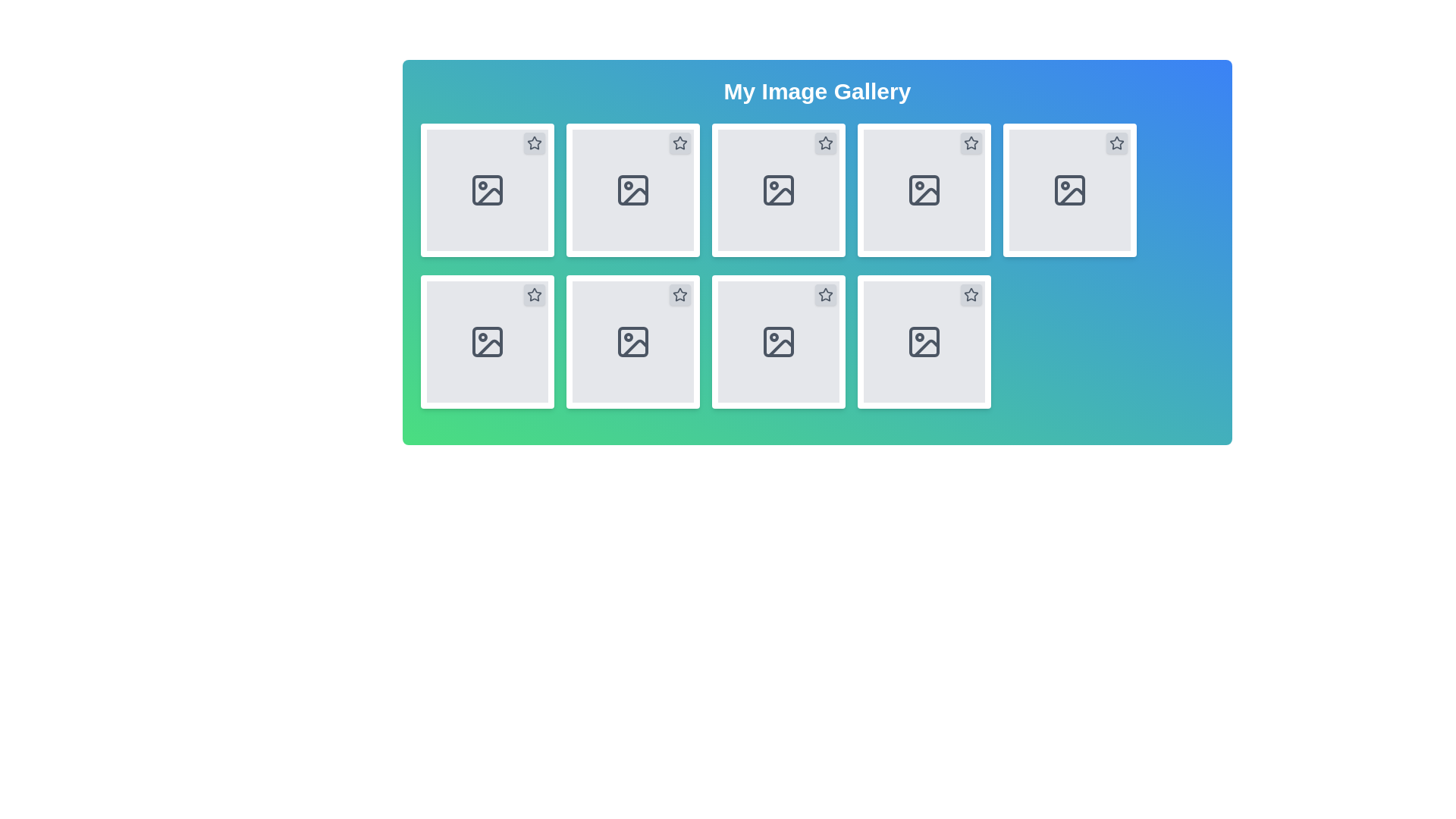 The image size is (1456, 819). Describe the element at coordinates (1117, 143) in the screenshot. I see `the interactive button at the top-right corner of the item tile in the gallery` at that location.